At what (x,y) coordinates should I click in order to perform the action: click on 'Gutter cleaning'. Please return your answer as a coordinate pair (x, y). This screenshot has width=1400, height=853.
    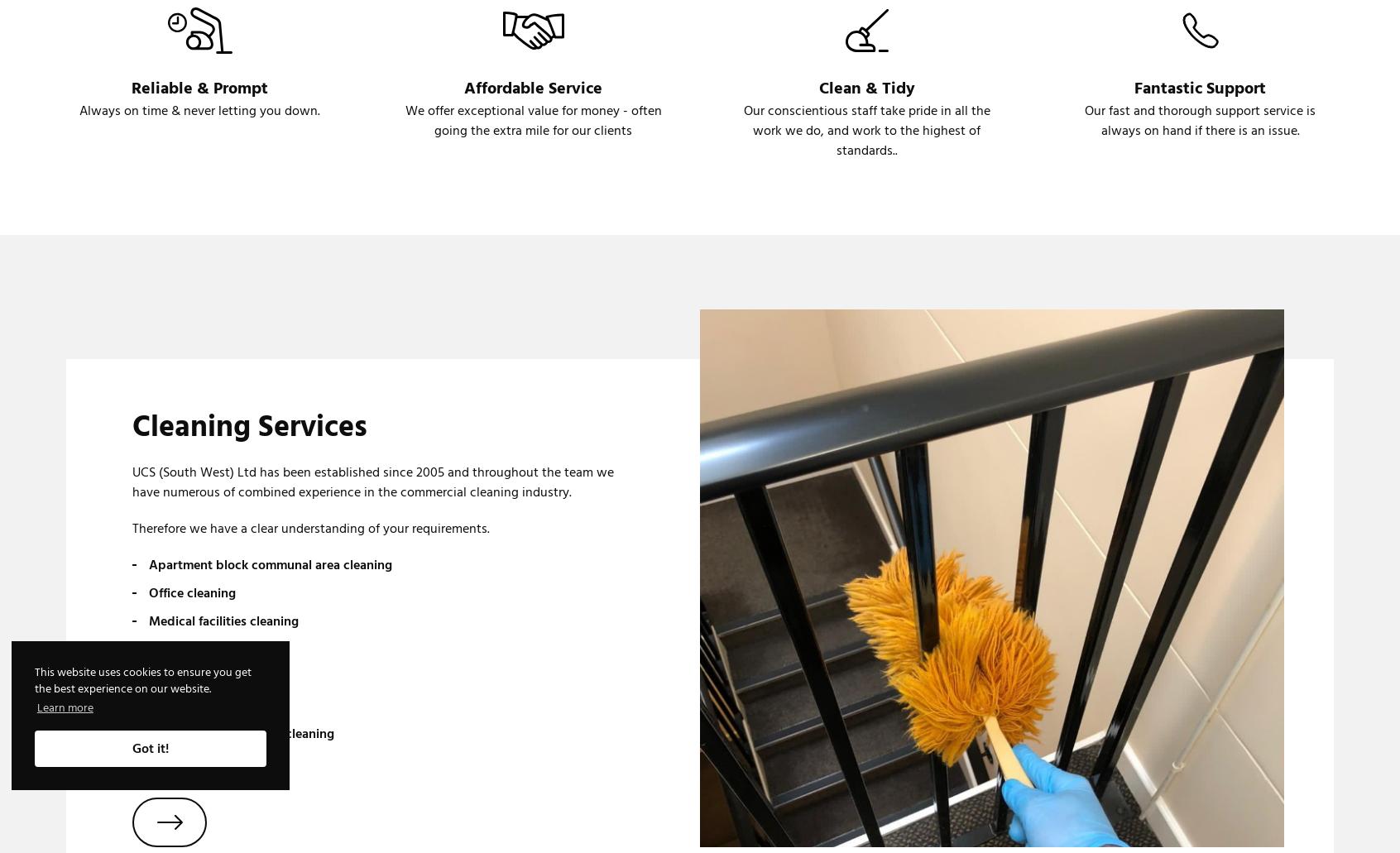
    Looking at the image, I should click on (148, 761).